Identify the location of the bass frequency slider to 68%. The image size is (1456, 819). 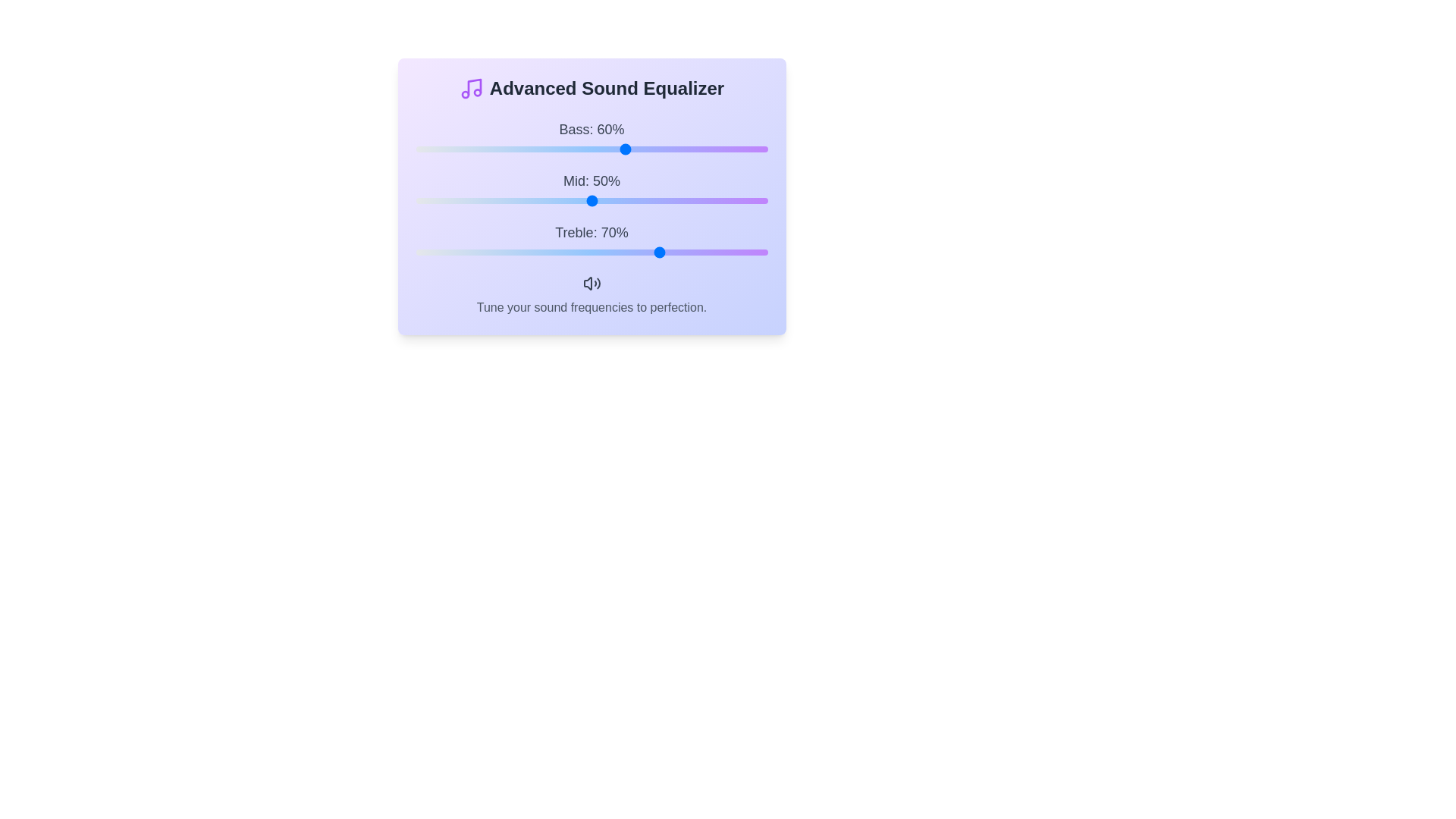
(655, 149).